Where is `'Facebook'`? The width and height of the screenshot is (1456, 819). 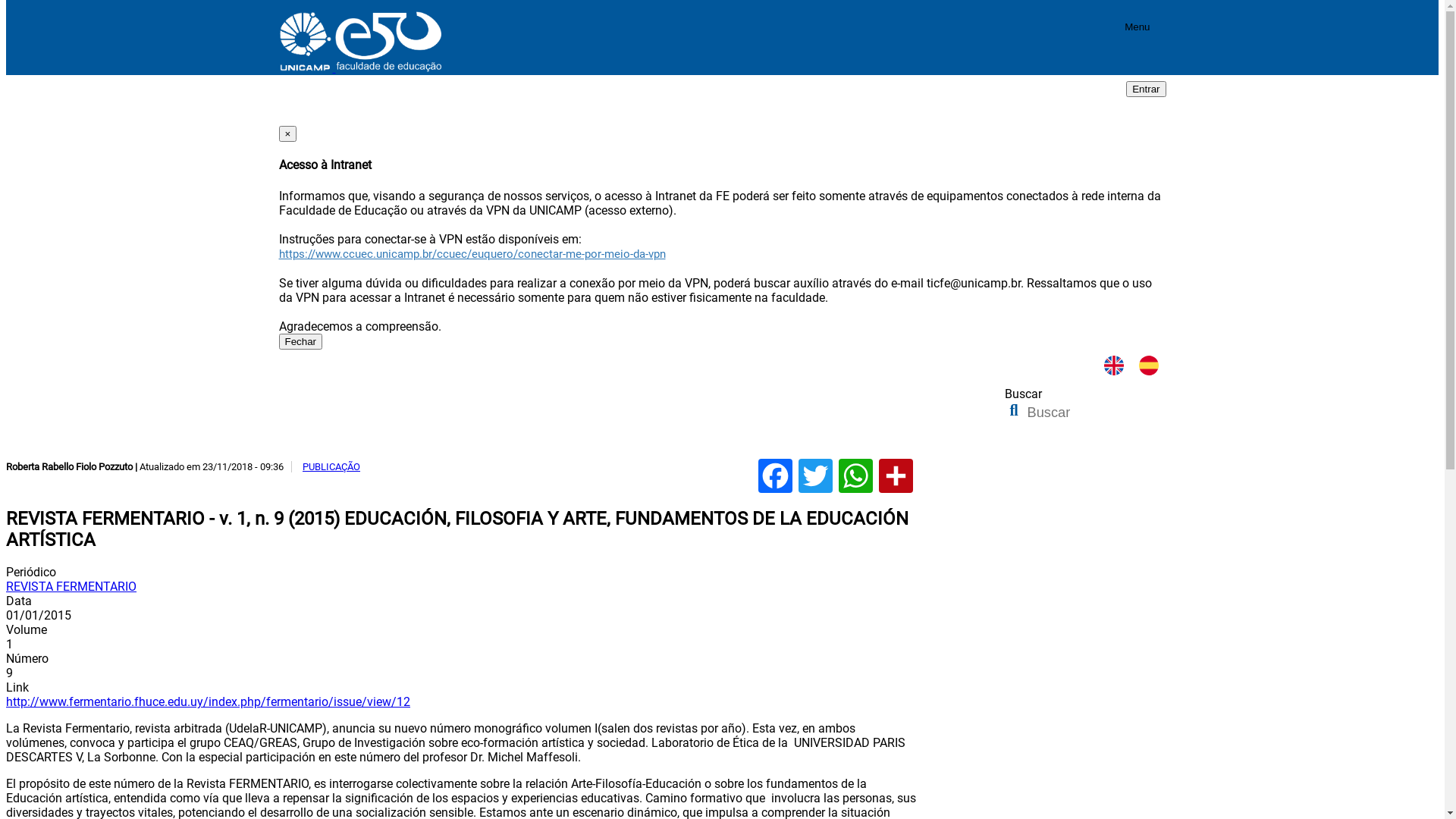 'Facebook' is located at coordinates (775, 475).